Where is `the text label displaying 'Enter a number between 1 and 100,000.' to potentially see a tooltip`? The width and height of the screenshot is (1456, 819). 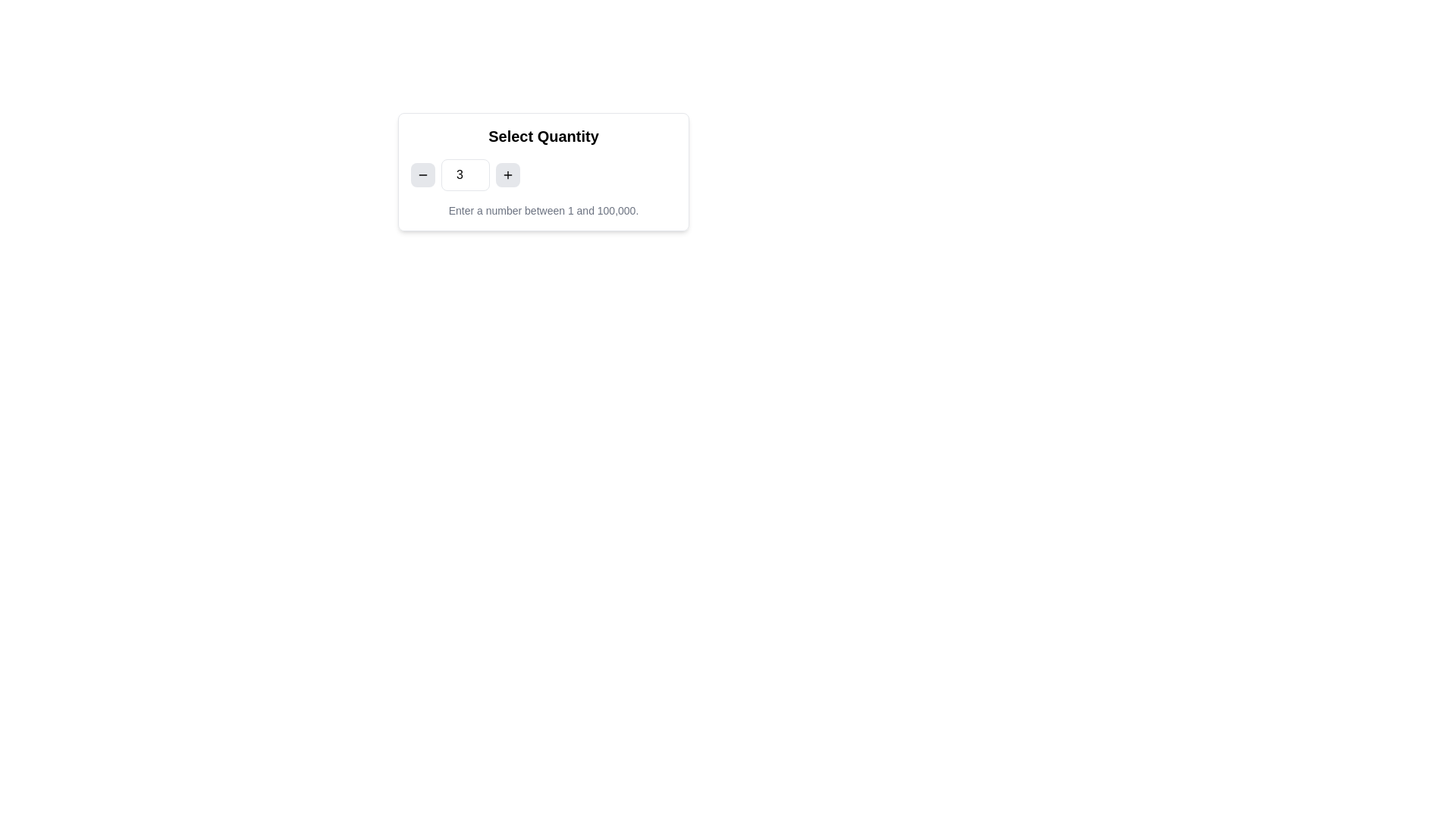
the text label displaying 'Enter a number between 1 and 100,000.' to potentially see a tooltip is located at coordinates (543, 210).